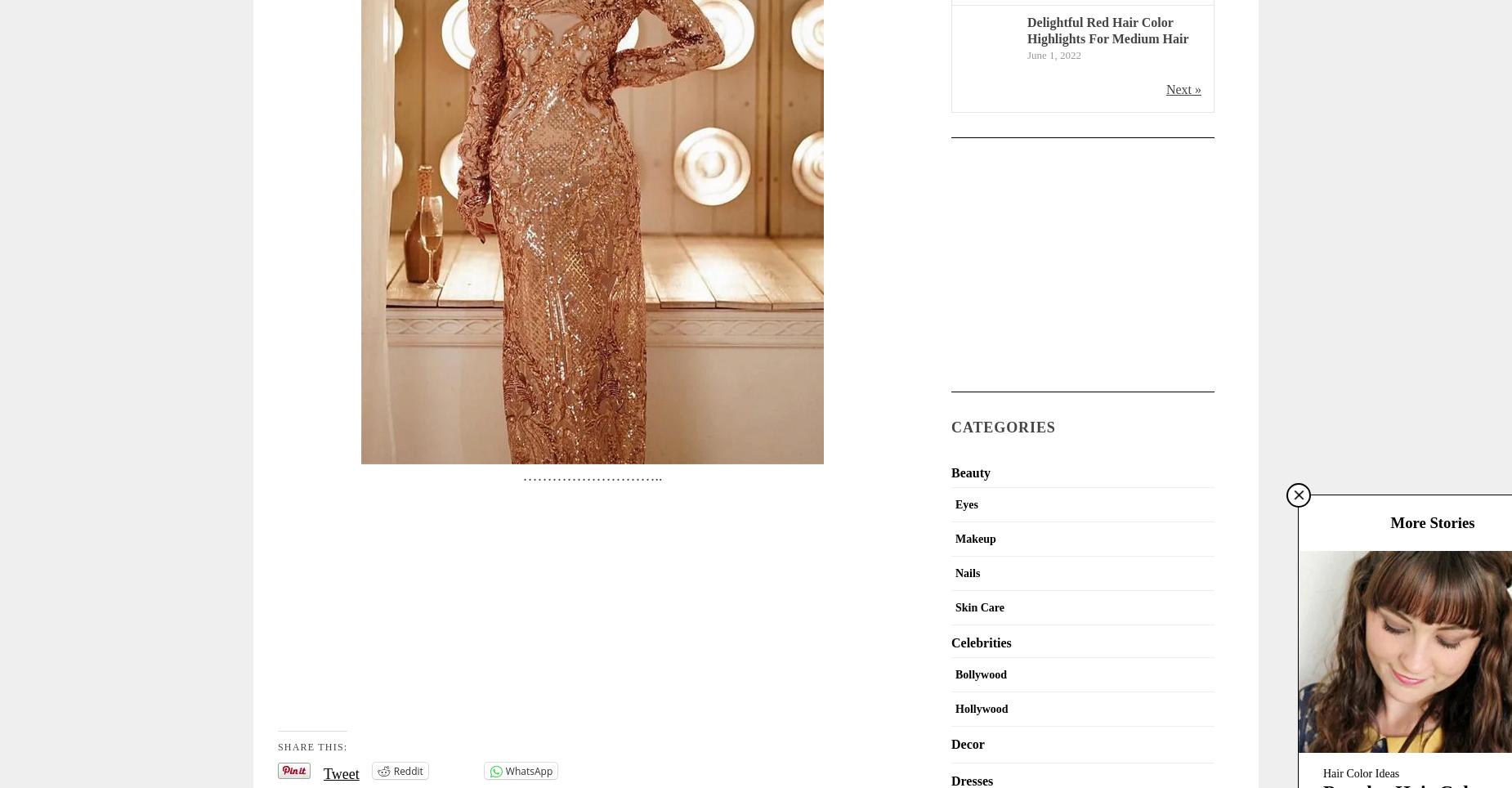 Image resolution: width=1512 pixels, height=788 pixels. What do you see at coordinates (407, 770) in the screenshot?
I see `'Reddit'` at bounding box center [407, 770].